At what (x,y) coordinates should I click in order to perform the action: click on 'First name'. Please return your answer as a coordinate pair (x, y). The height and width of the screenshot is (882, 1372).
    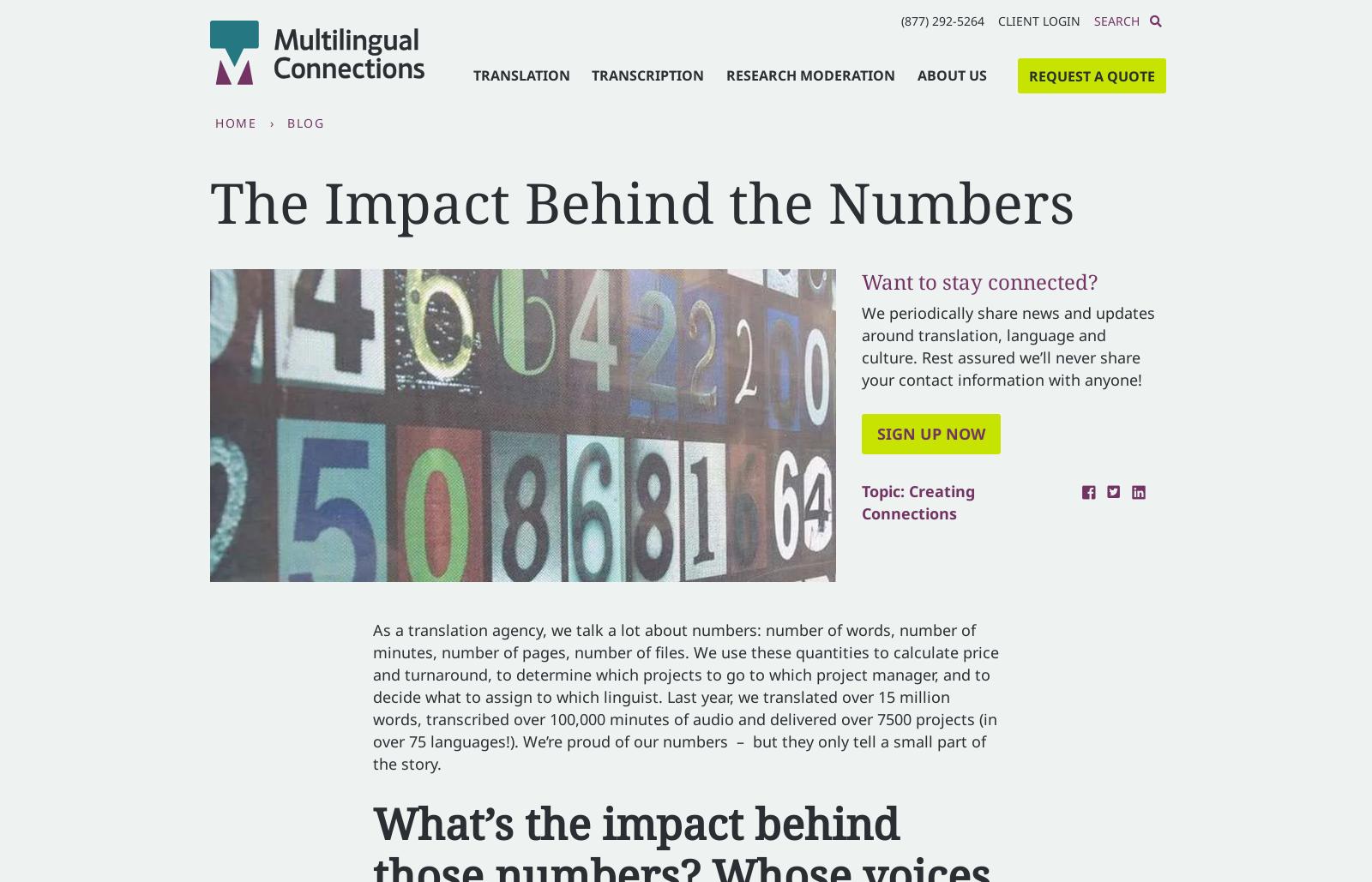
    Looking at the image, I should click on (524, 302).